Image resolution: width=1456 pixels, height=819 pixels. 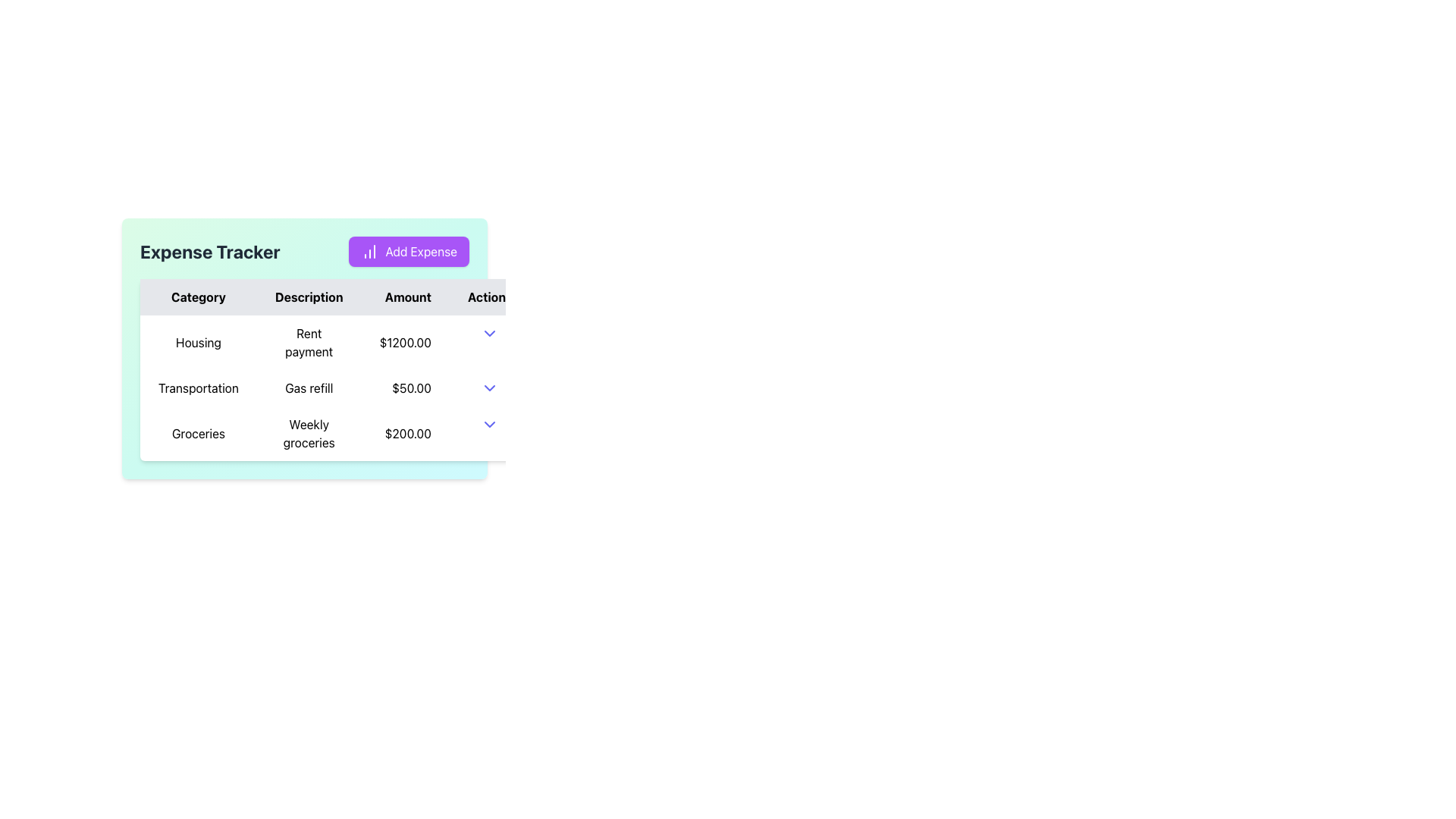 I want to click on text label 'Amount' which is displayed in bold black font within the table header, aligned to the right, so click(x=405, y=297).